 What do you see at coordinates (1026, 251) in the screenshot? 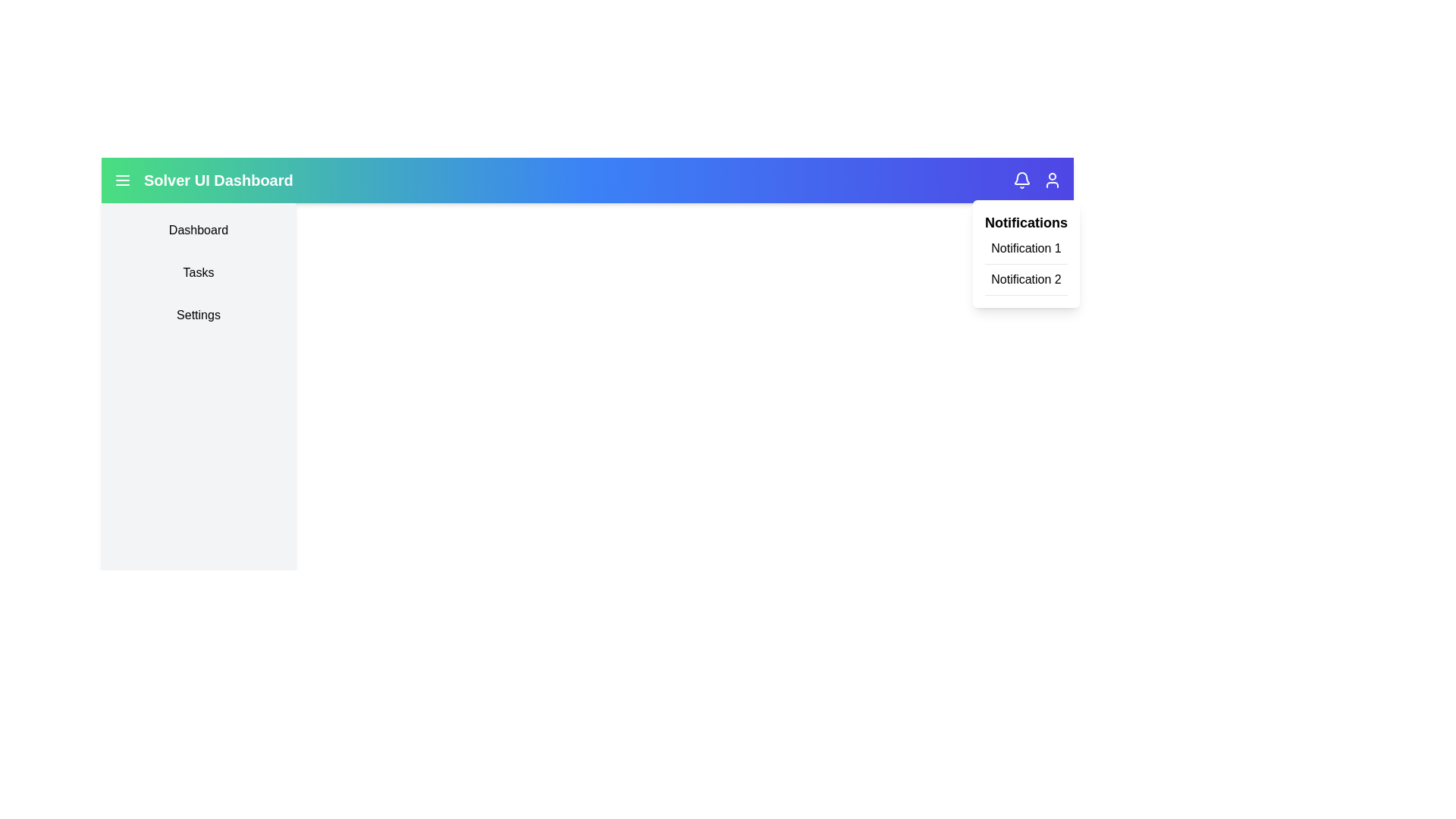
I see `the 'Notification 1' text label in the Notifications dropdown menu to interact with it` at bounding box center [1026, 251].